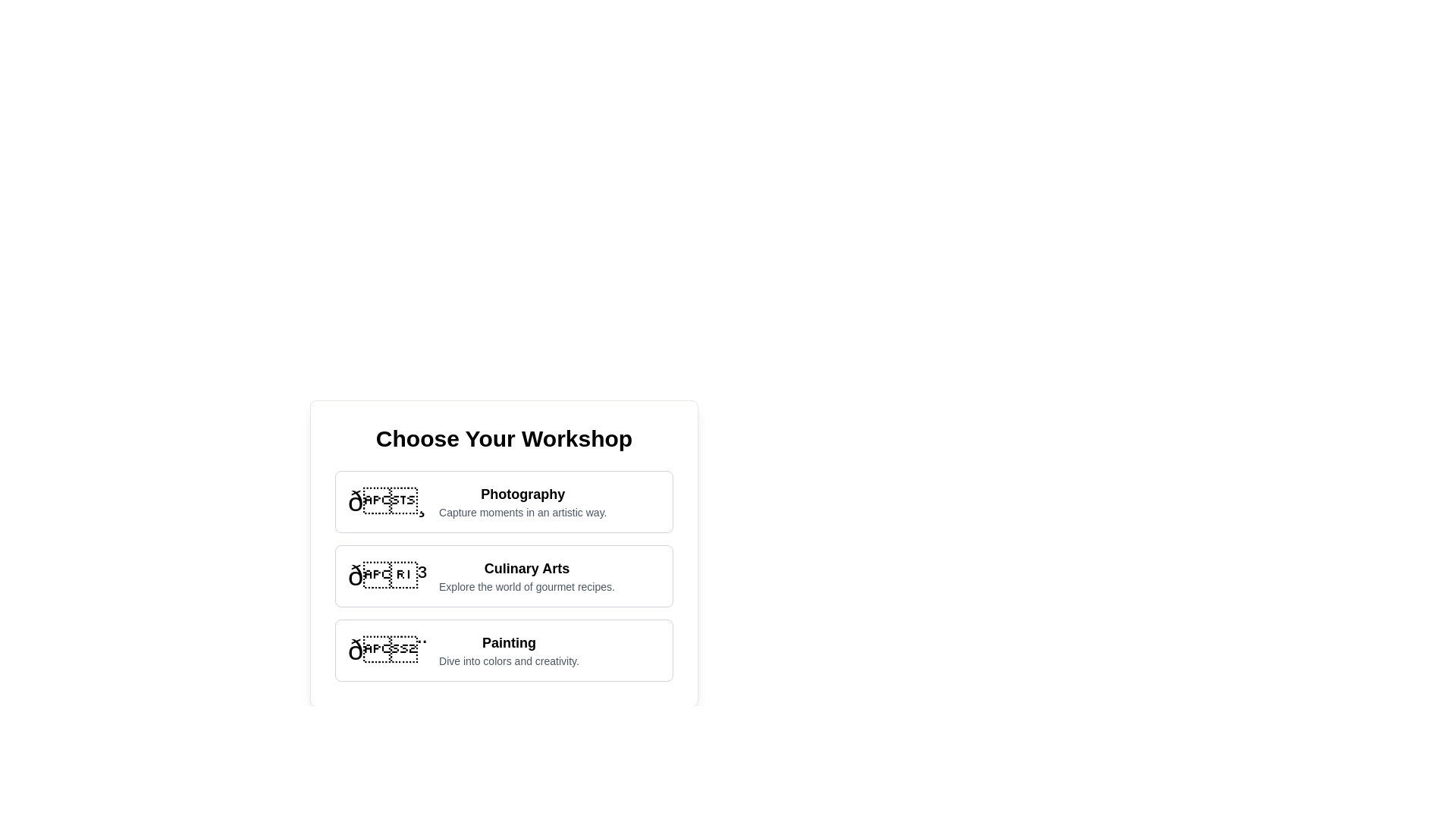 The width and height of the screenshot is (1456, 819). I want to click on the third Card option in the list of workshop categories, so click(504, 649).